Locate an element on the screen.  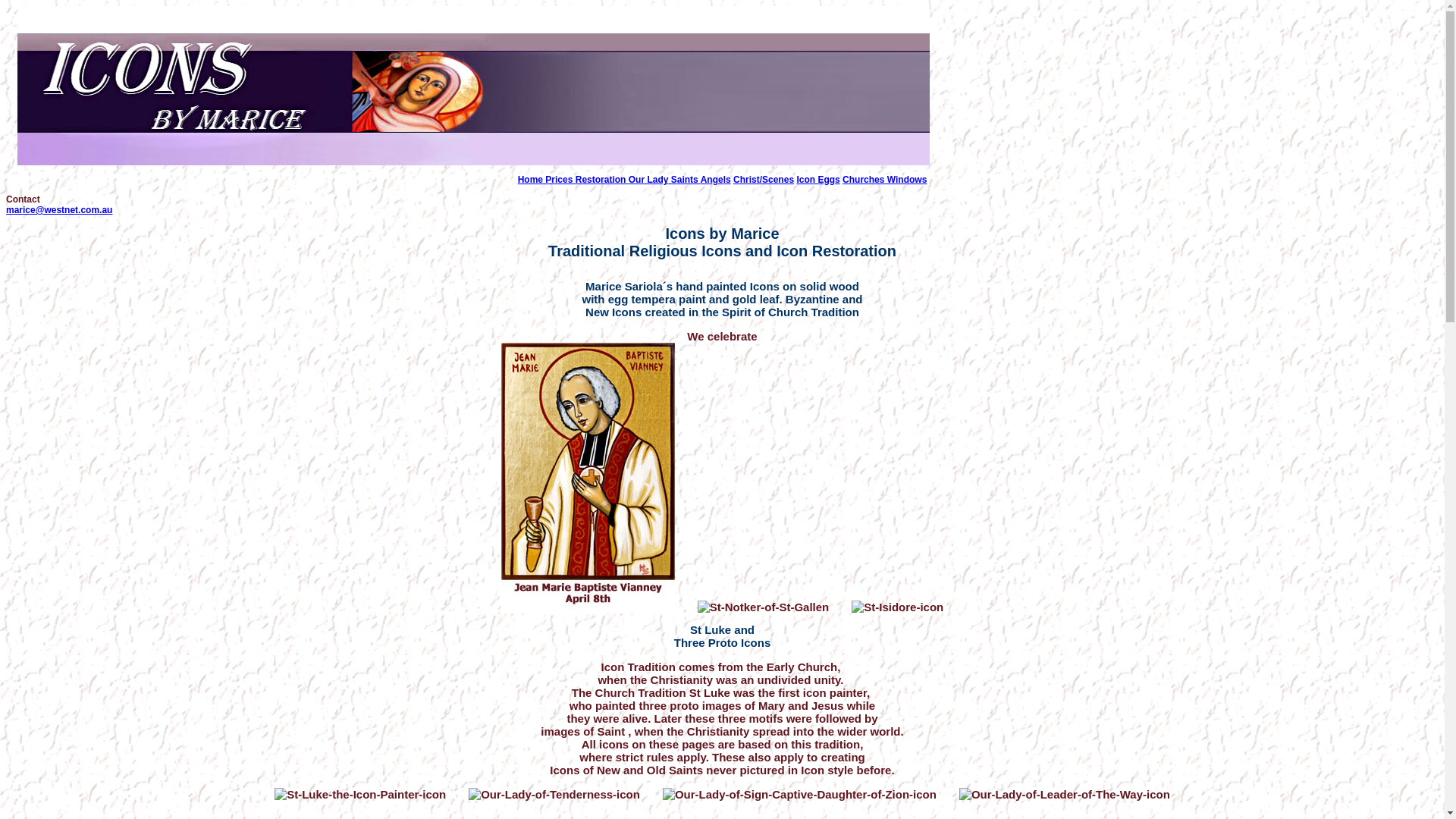
'marice@westnet.com.au' is located at coordinates (58, 210).